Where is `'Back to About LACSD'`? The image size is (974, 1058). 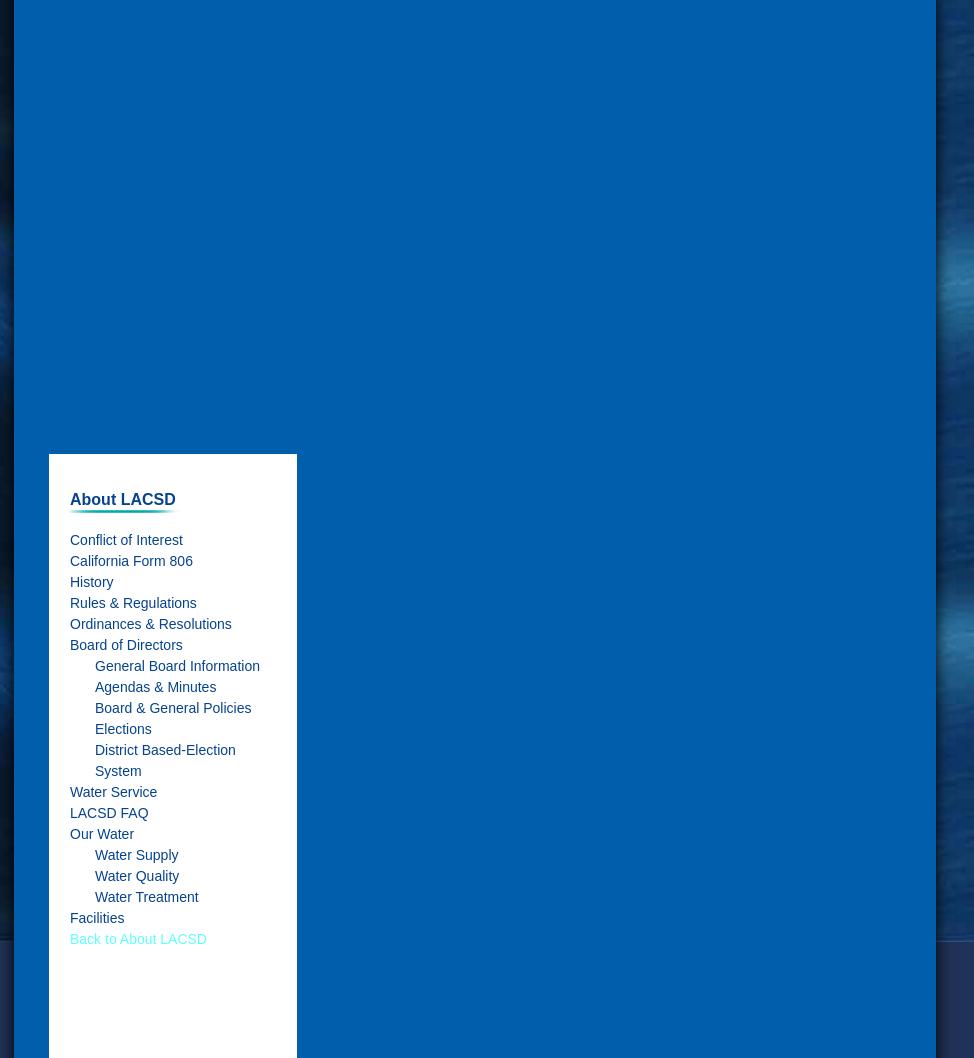 'Back to About LACSD' is located at coordinates (137, 938).